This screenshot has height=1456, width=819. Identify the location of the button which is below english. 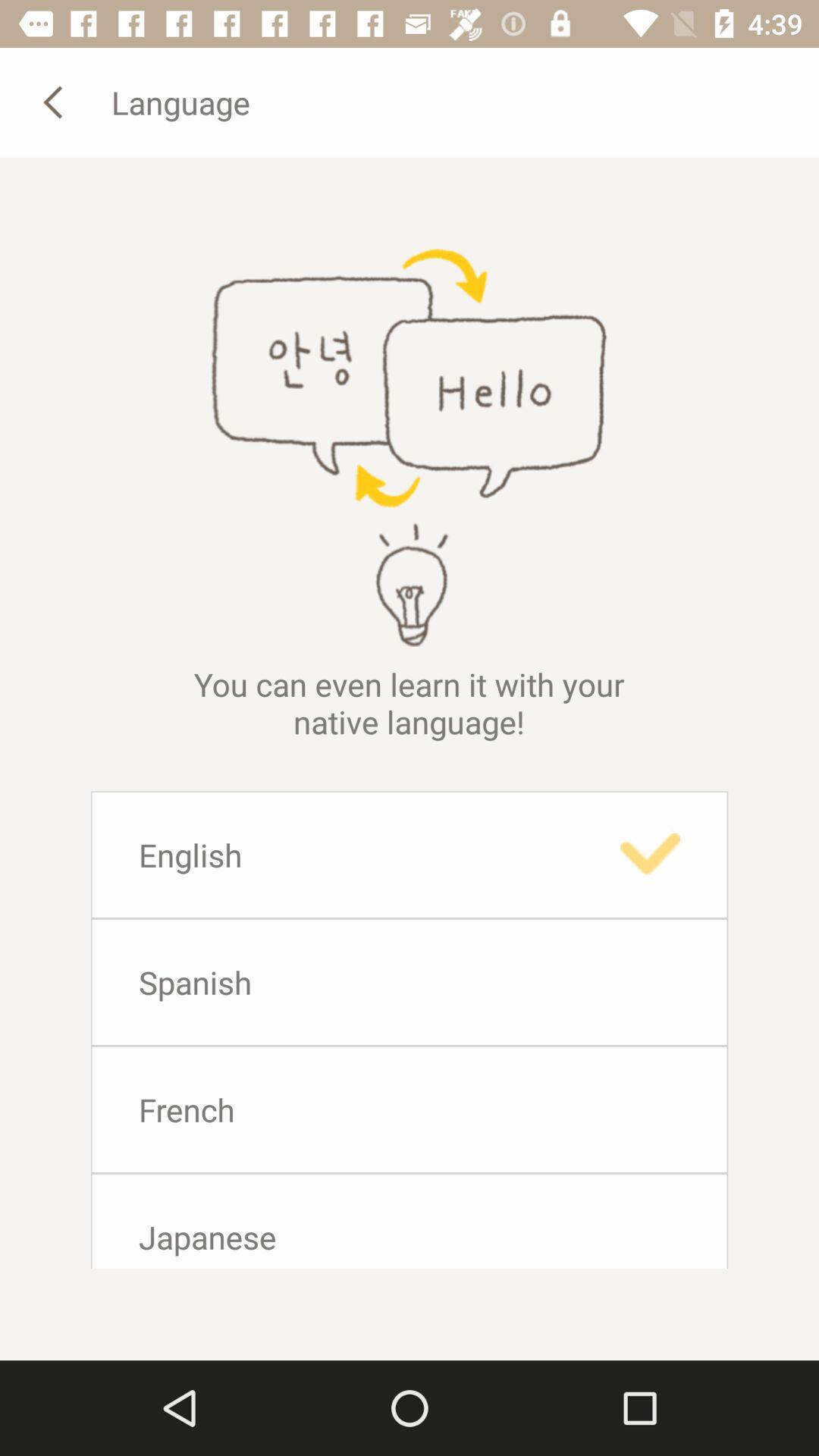
(409, 982).